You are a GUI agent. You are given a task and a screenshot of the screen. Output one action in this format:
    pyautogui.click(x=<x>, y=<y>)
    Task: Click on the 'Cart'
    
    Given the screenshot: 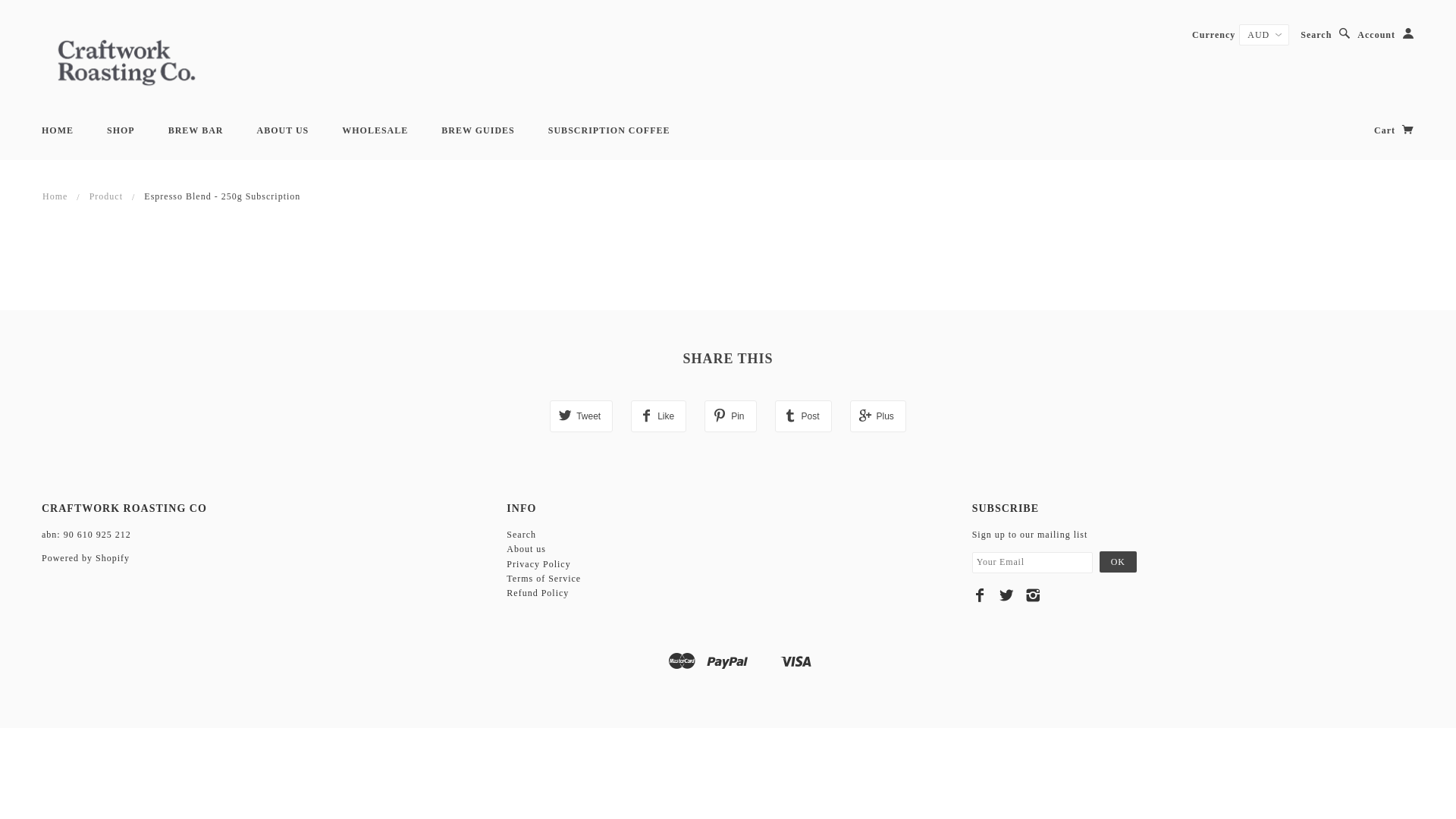 What is the action you would take?
    pyautogui.click(x=1373, y=130)
    